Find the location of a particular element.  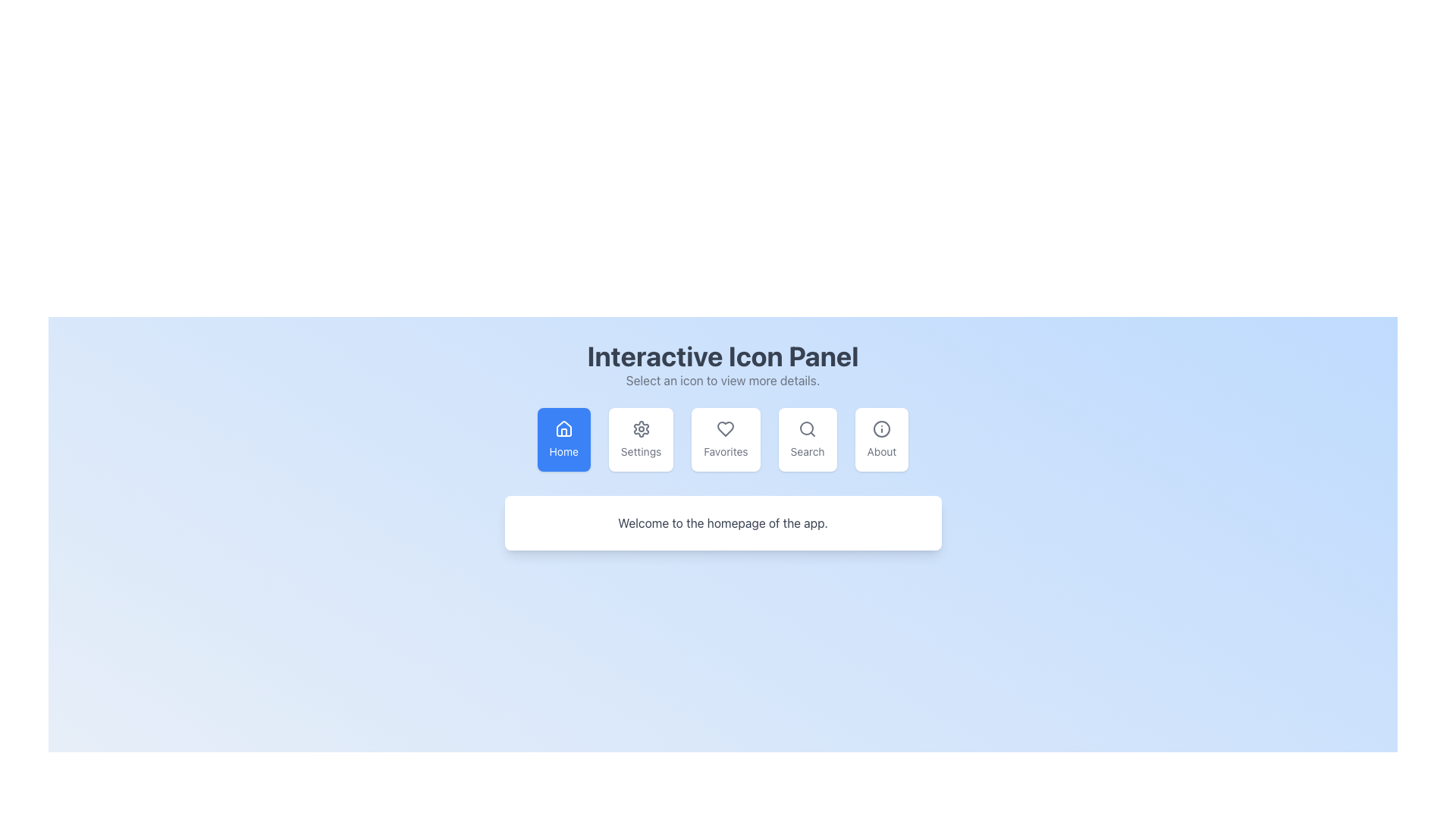

the 'Home' button, which is the first button in a sequence of five with a blue background and rounded corners, to observe the scaling effect is located at coordinates (563, 439).